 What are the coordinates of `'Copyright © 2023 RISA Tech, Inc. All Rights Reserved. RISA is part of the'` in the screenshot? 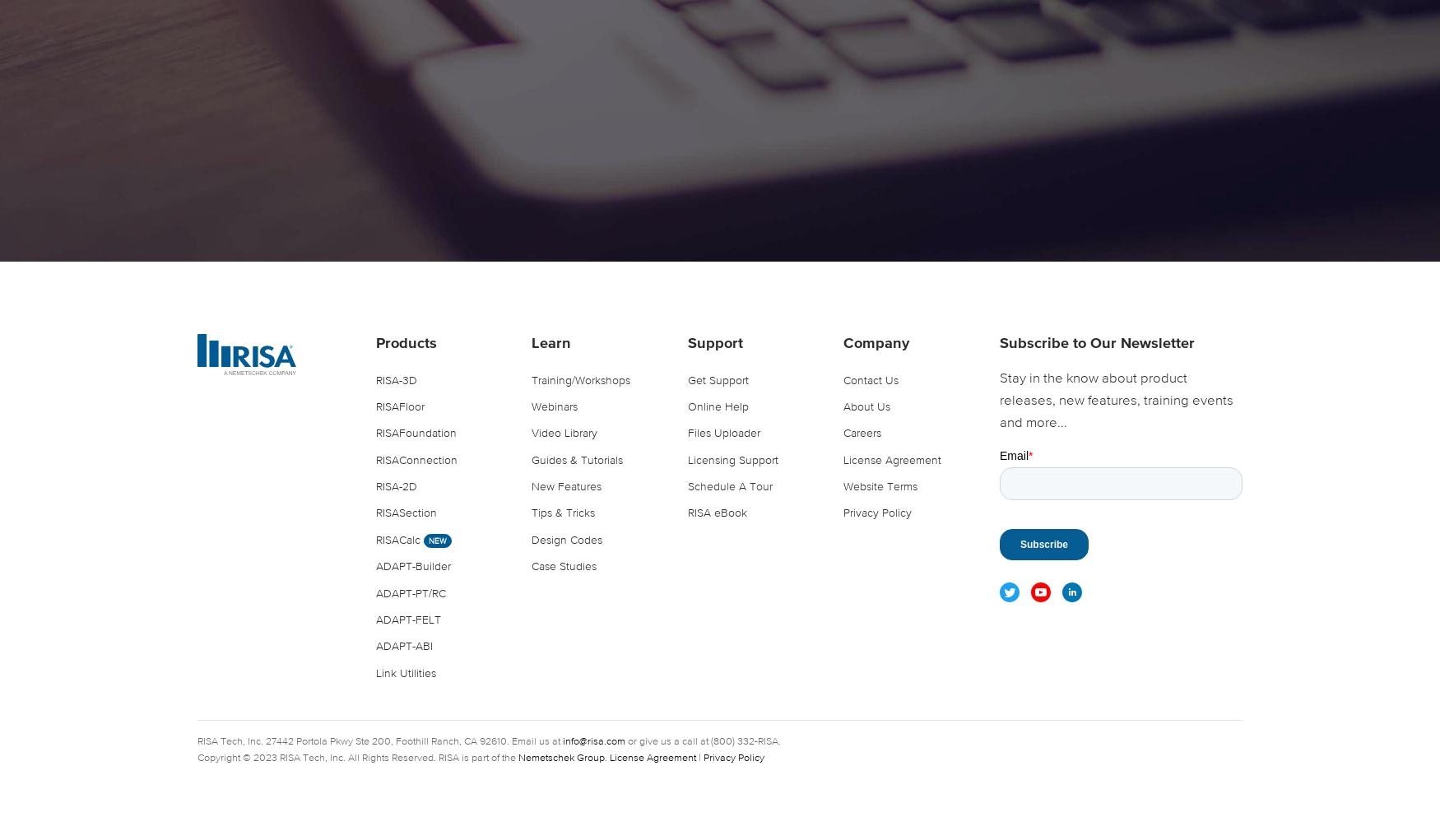 It's located at (357, 758).